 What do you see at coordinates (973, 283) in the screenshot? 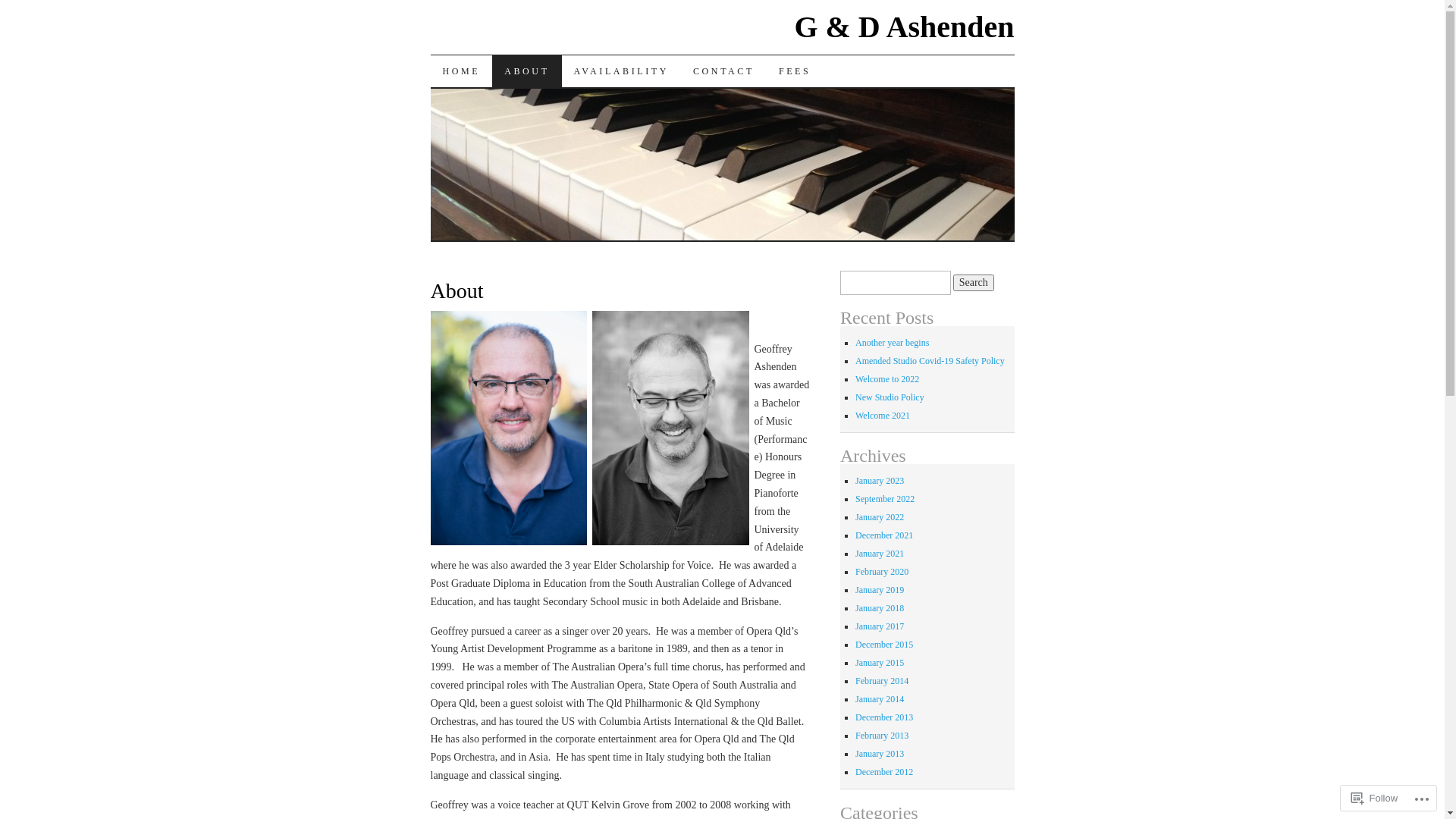
I see `'Search'` at bounding box center [973, 283].